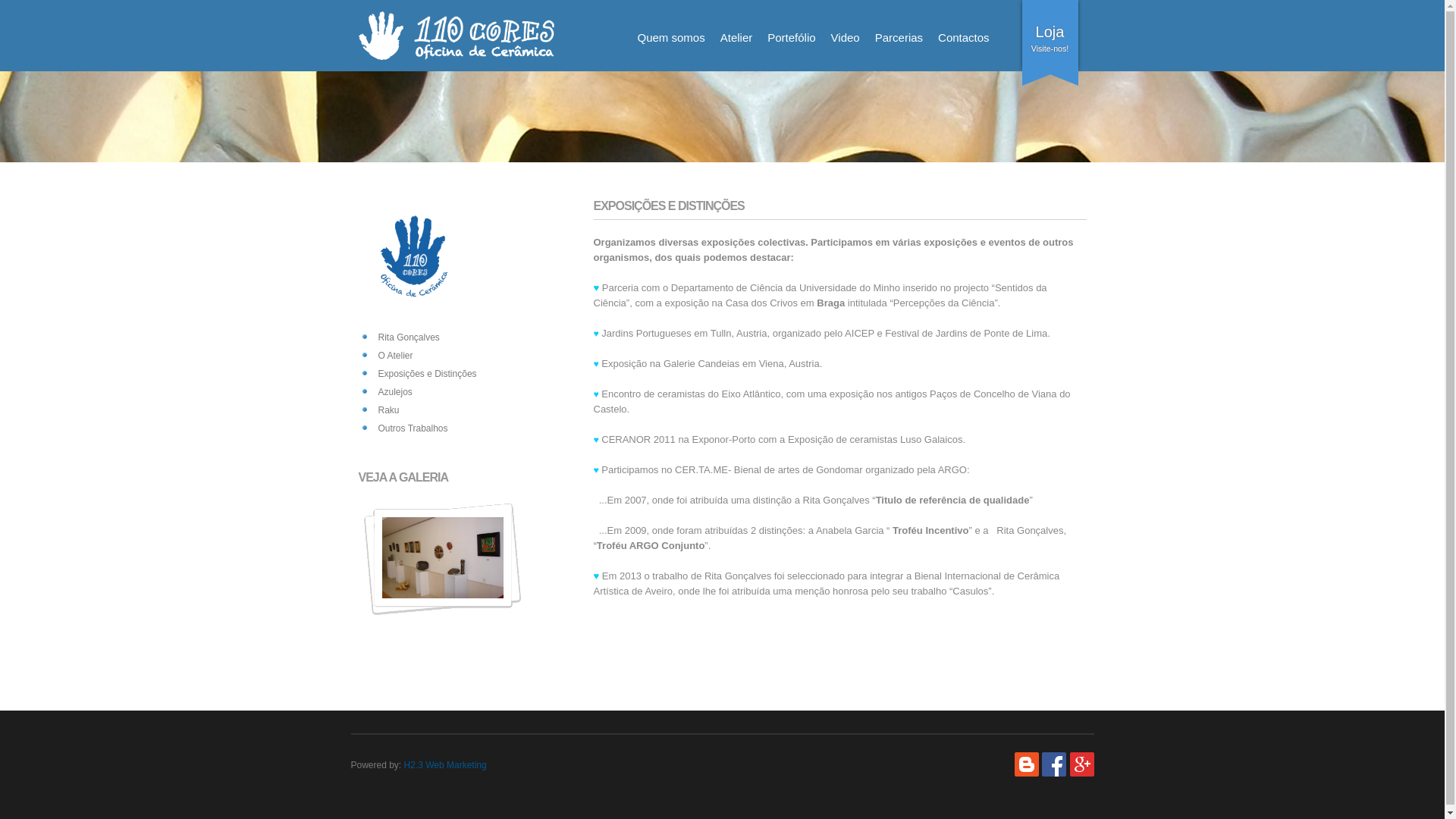  Describe the element at coordinates (1080, 764) in the screenshot. I see `'Google +'` at that location.